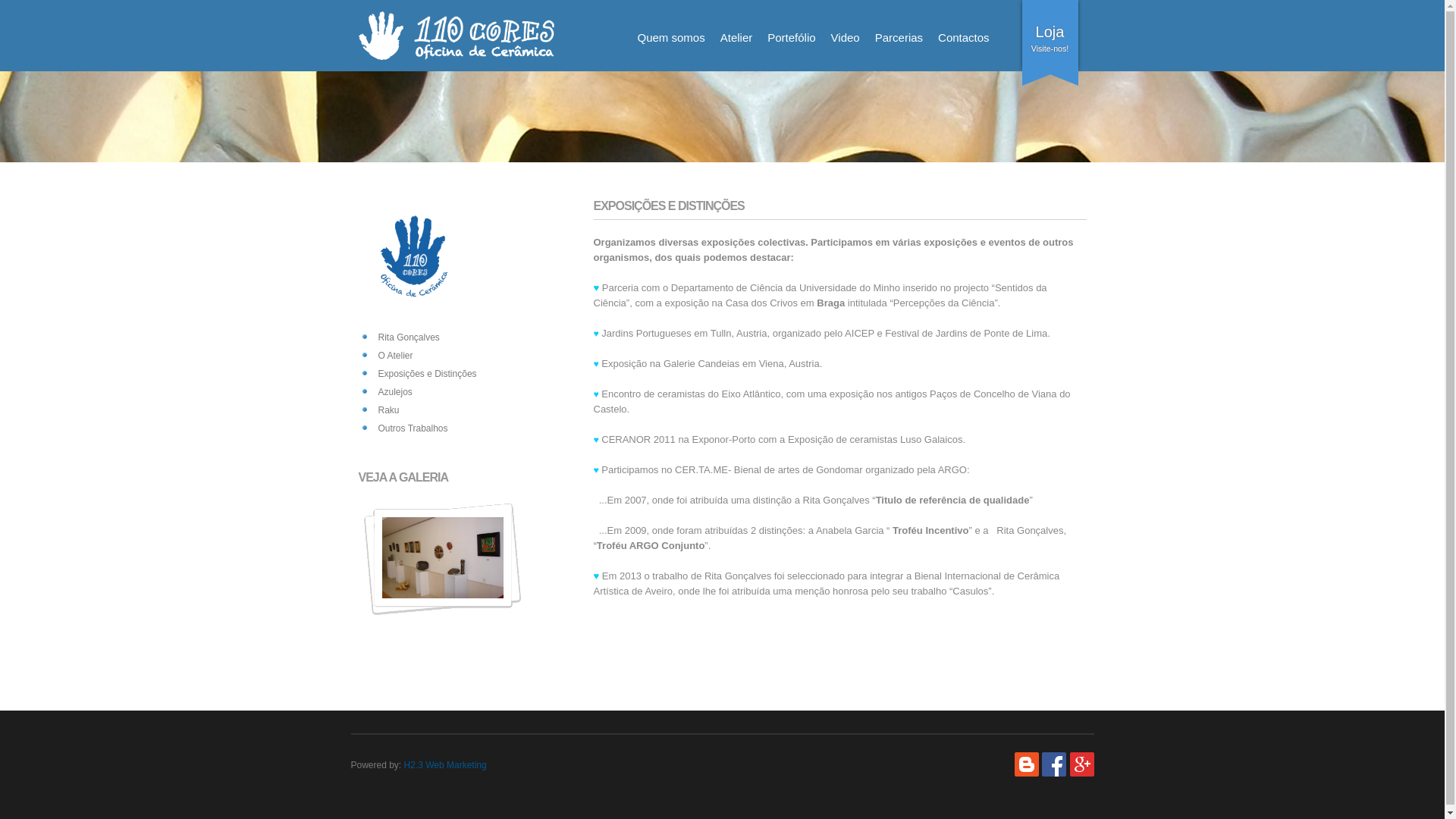  Describe the element at coordinates (1080, 764) in the screenshot. I see `'Google +'` at that location.